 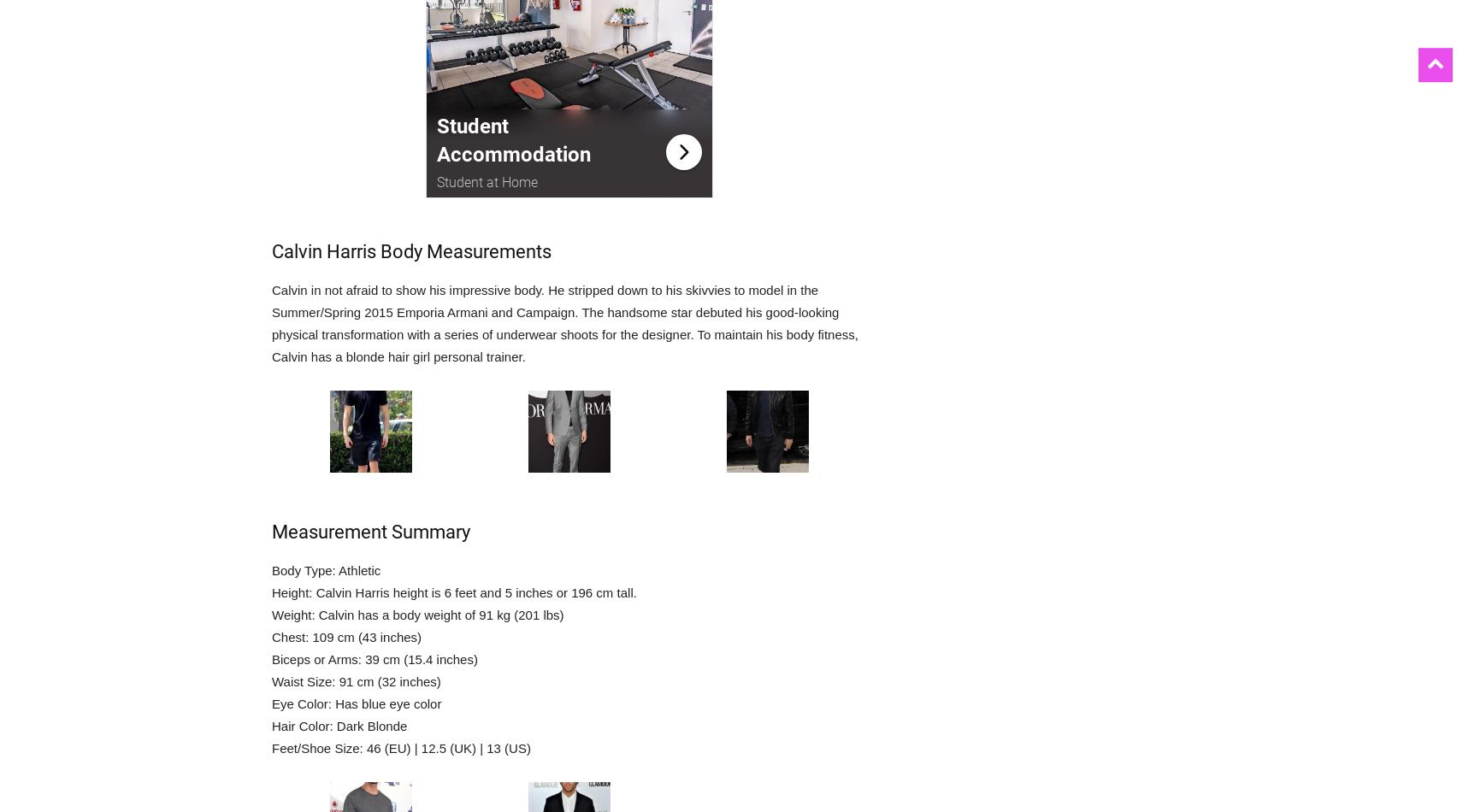 I want to click on 'Eye Color: Has blue eye color', so click(x=355, y=703).